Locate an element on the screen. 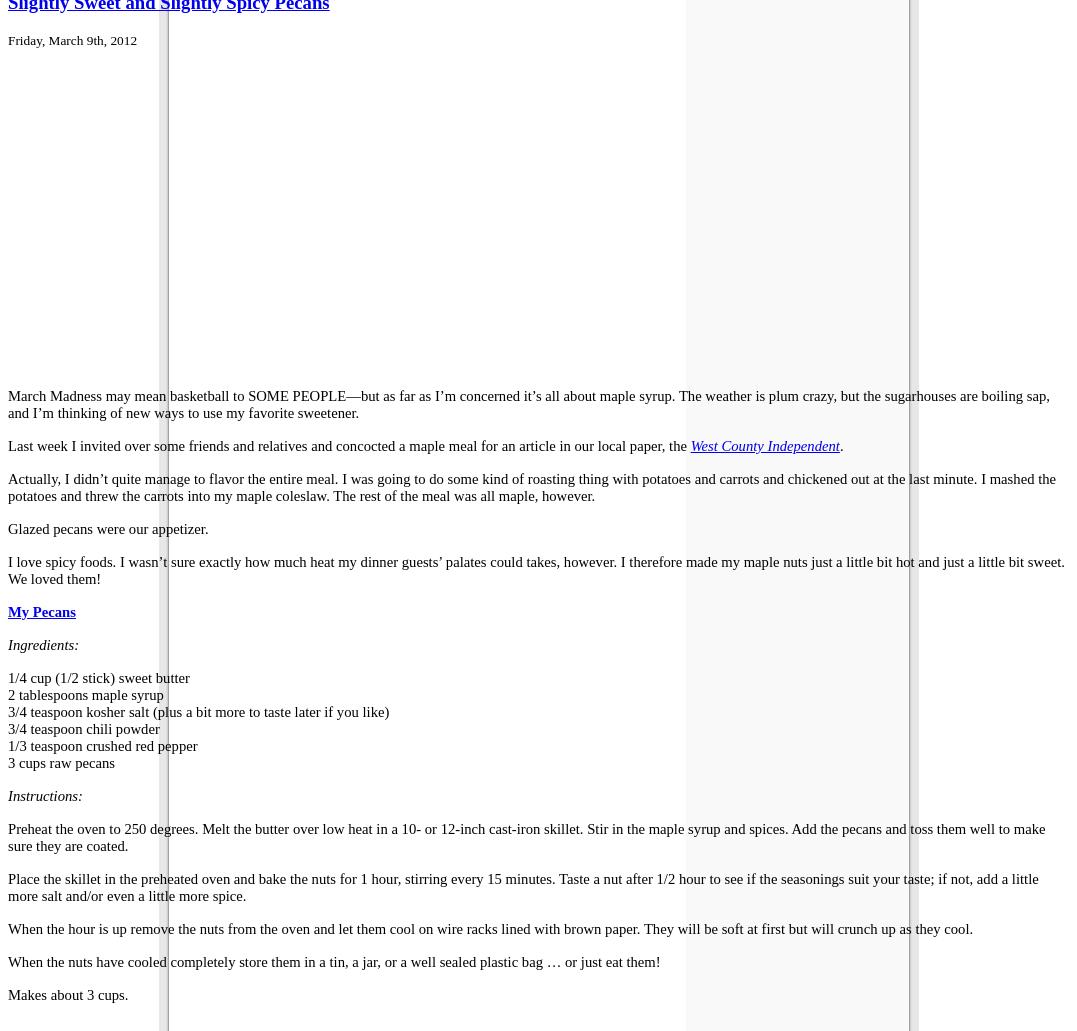 The height and width of the screenshot is (1031, 1077). 'Last week I invited over some friends and relatives and concocted a maple meal for an article in our local paper, the' is located at coordinates (347, 444).